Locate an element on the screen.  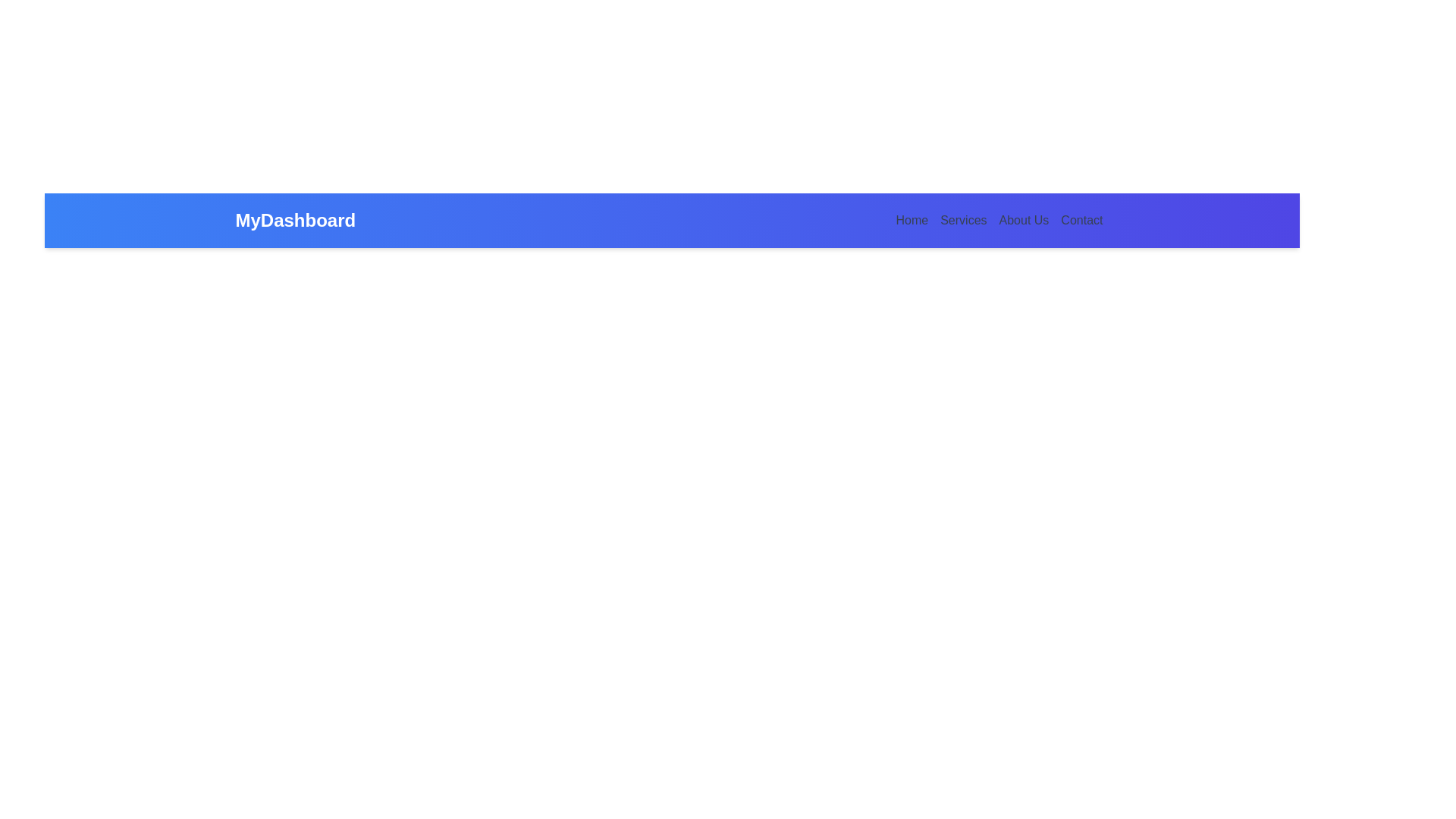
the 'Services' navigational link element located in the horizontal navigation menu is located at coordinates (962, 220).